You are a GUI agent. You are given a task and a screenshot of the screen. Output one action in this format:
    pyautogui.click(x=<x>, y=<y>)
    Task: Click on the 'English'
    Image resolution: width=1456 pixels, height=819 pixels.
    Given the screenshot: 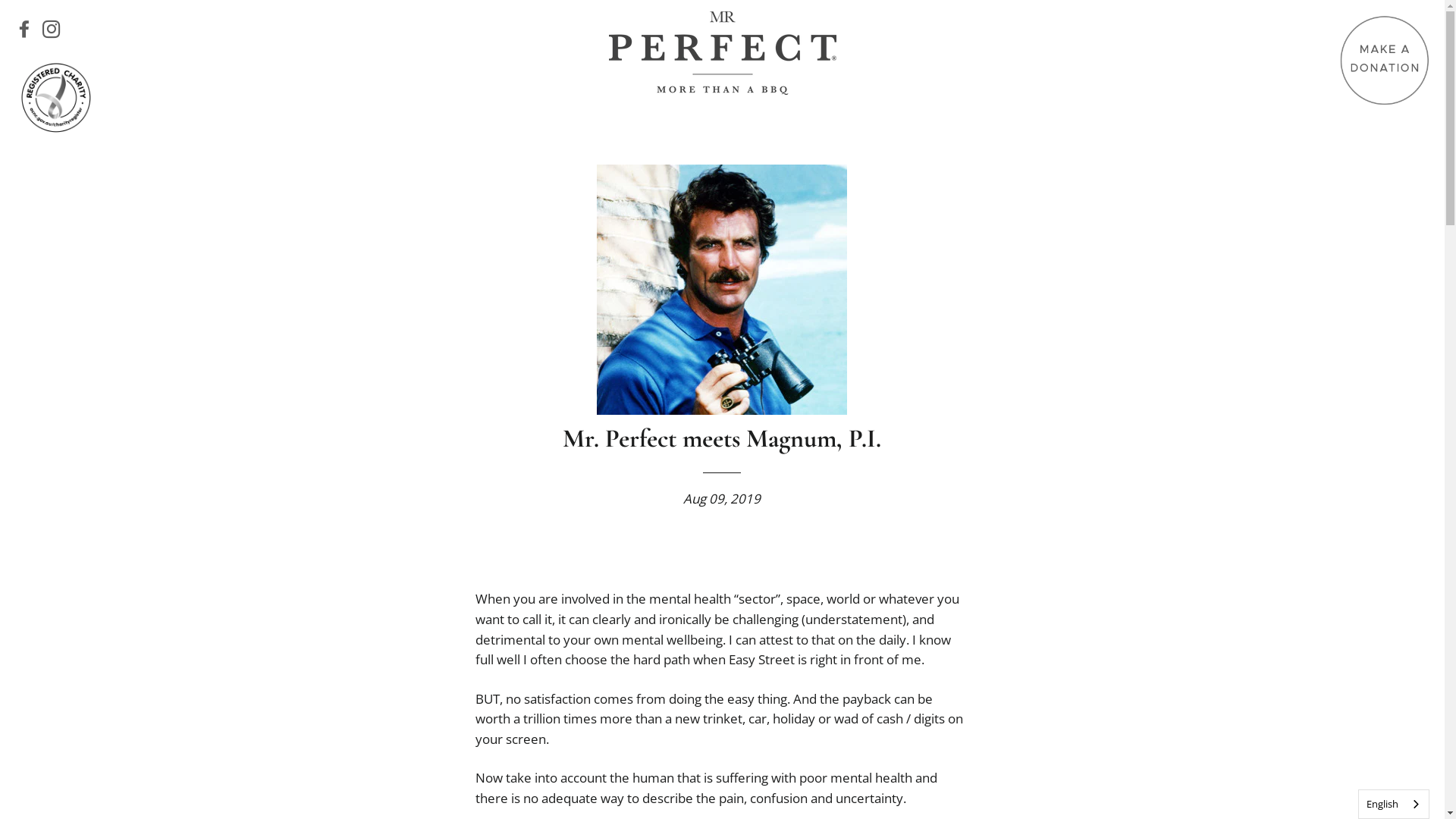 What is the action you would take?
    pyautogui.click(x=1394, y=803)
    